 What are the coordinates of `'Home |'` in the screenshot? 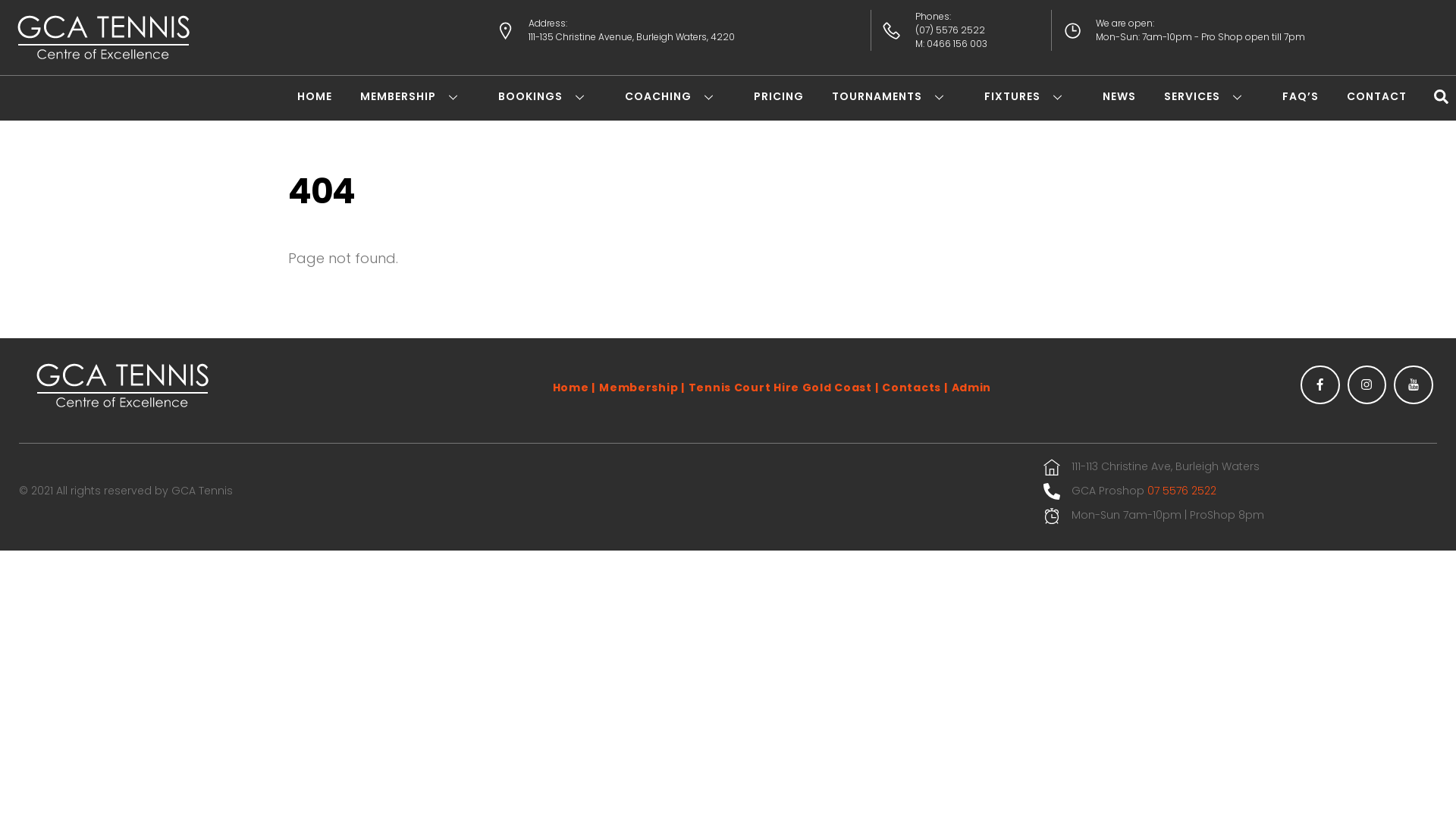 It's located at (573, 386).